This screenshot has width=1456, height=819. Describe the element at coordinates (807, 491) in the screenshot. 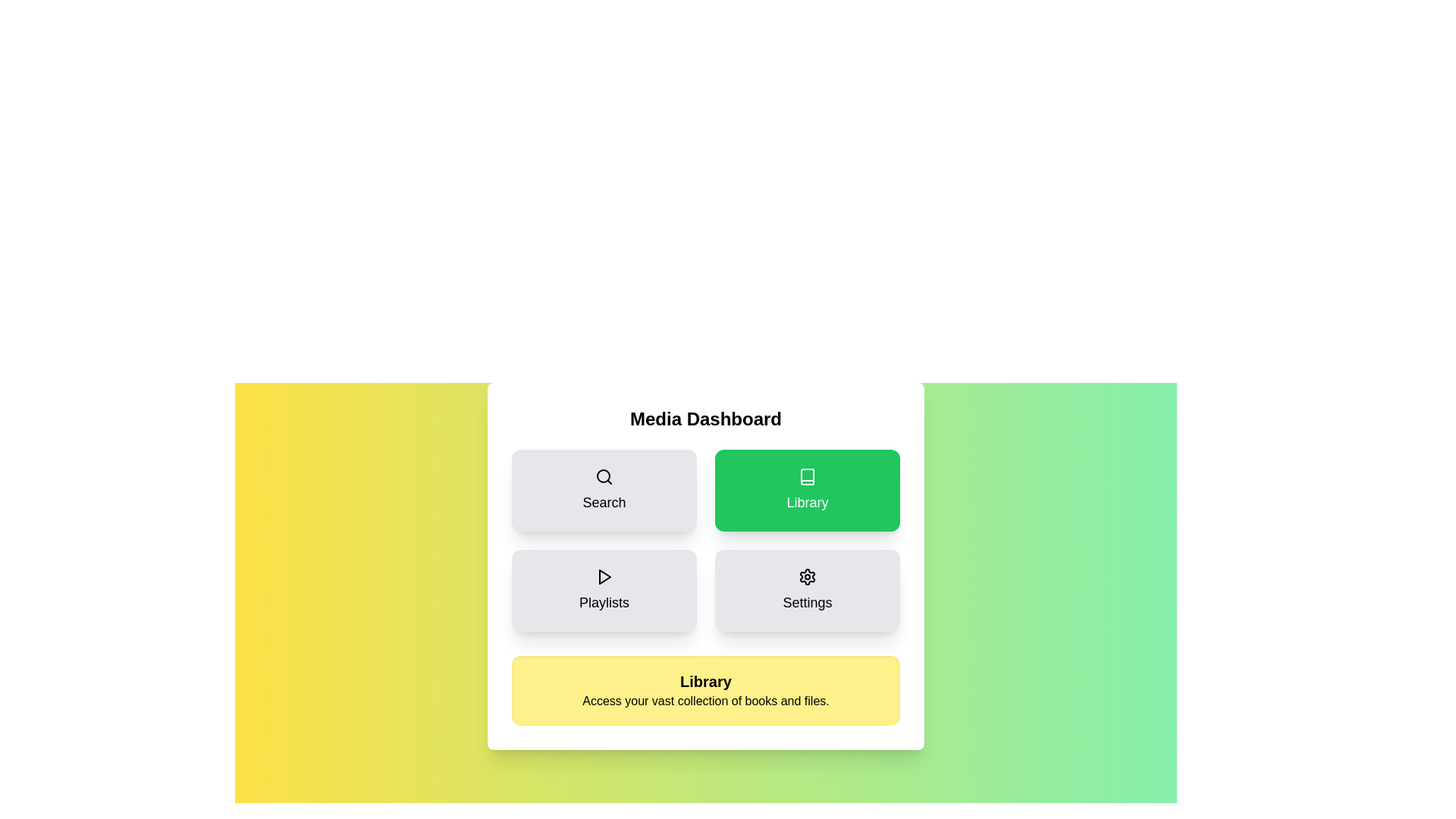

I see `the Library button to select it` at that location.